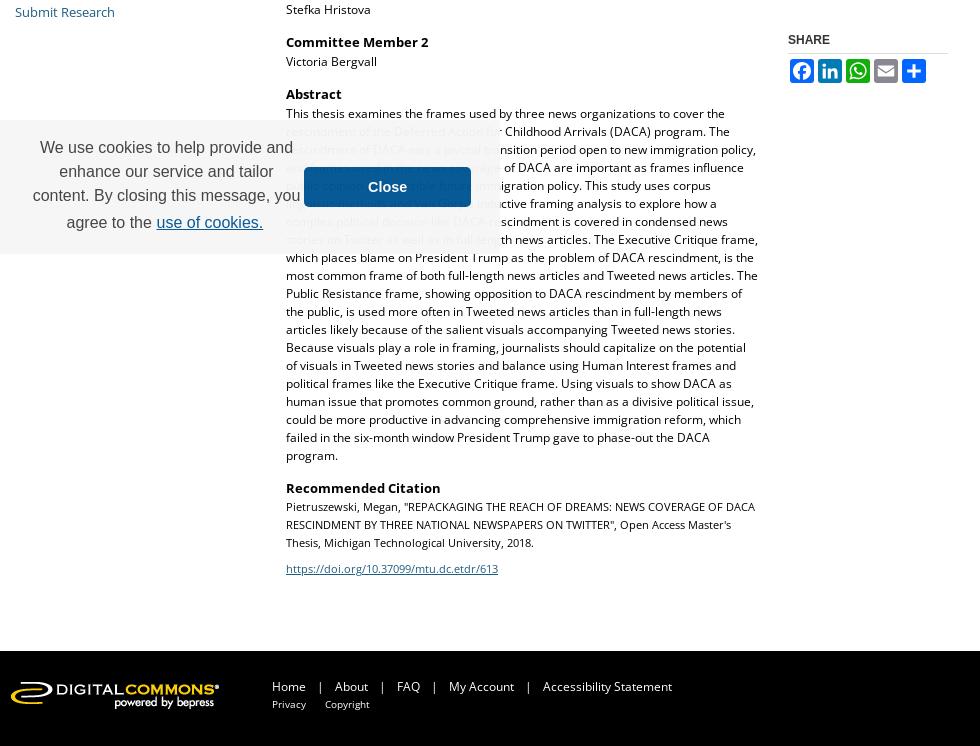 This screenshot has width=980, height=746. I want to click on 'Submit Research', so click(14, 10).